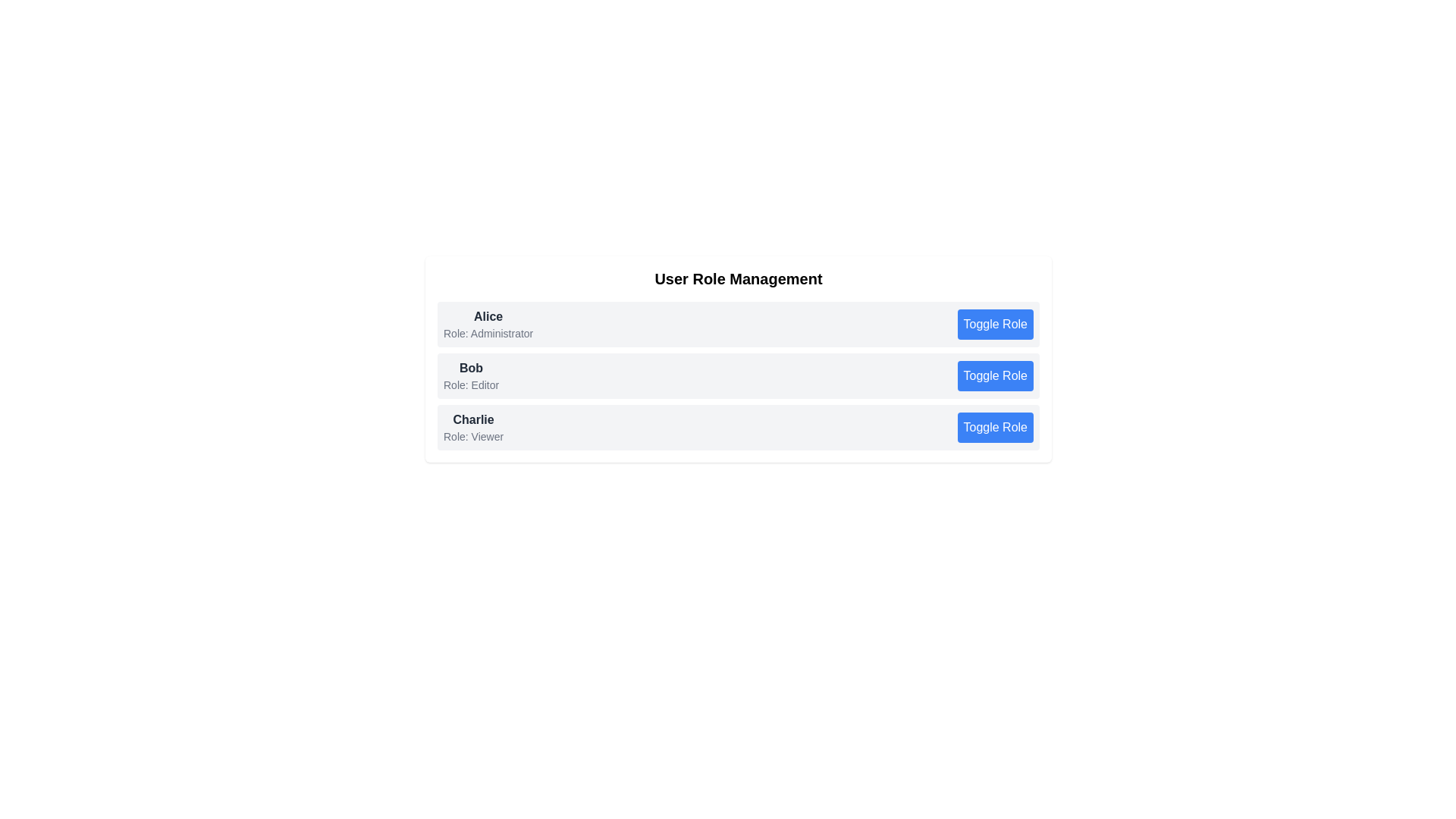 The image size is (1456, 819). I want to click on the static text label displaying the user's name 'Bob' in the user management interface, so click(470, 369).